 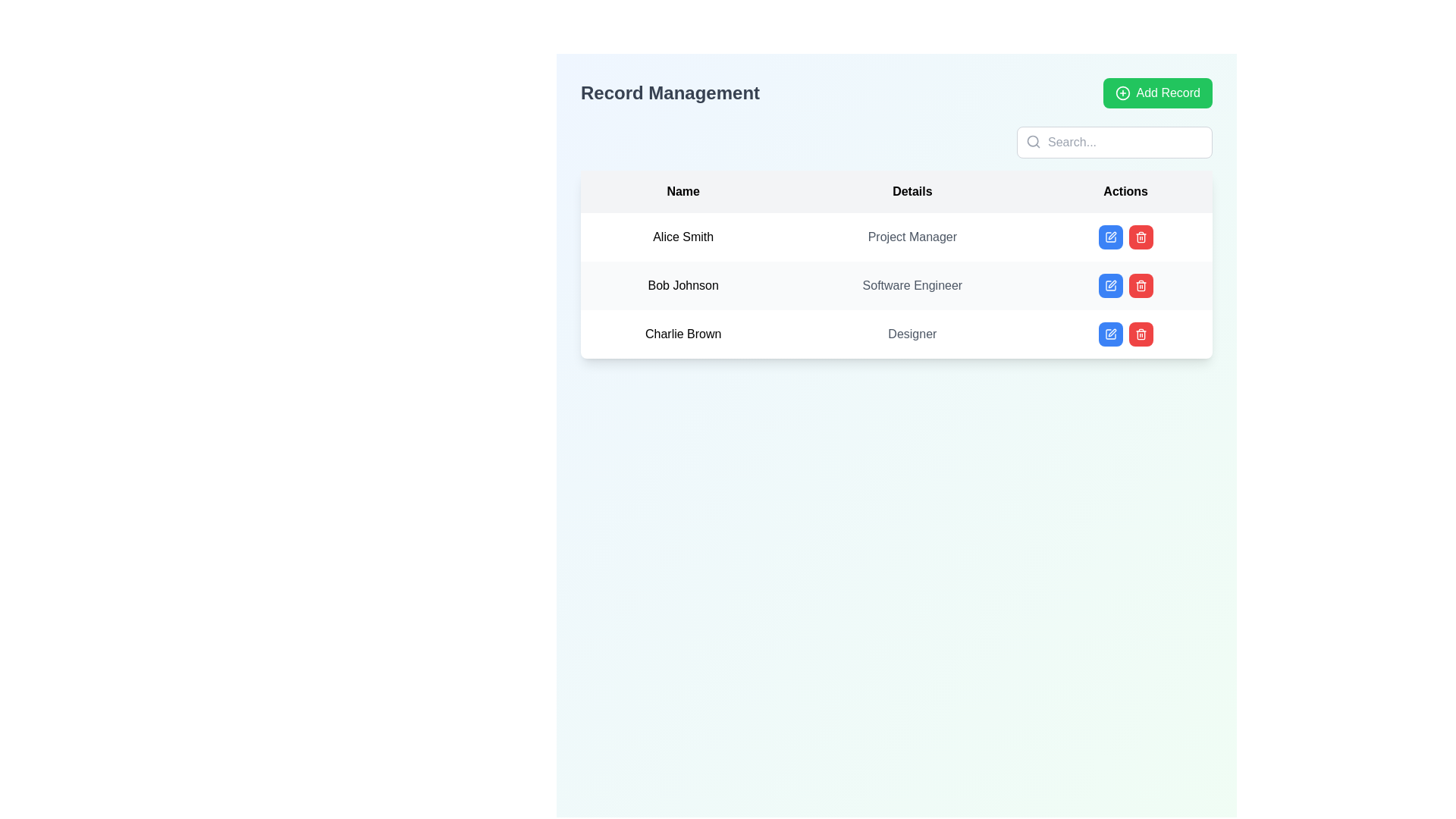 I want to click on the 'Actions' text label element, which is the third column header in a table, displaying the word 'Actions' in bold, so click(x=1125, y=191).